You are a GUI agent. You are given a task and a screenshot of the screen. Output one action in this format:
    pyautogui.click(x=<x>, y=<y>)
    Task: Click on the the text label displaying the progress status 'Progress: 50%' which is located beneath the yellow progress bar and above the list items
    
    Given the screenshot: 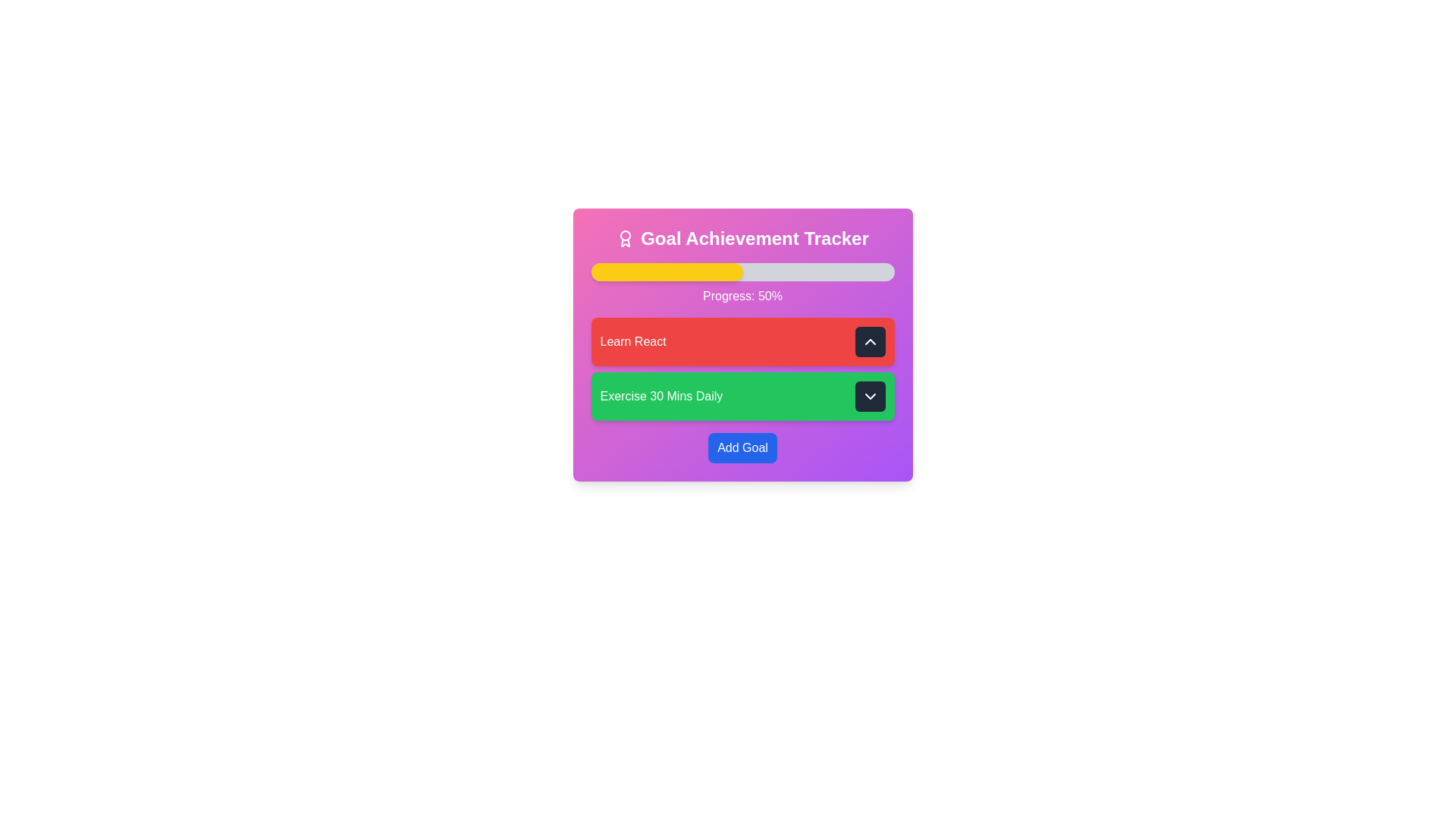 What is the action you would take?
    pyautogui.click(x=742, y=296)
    